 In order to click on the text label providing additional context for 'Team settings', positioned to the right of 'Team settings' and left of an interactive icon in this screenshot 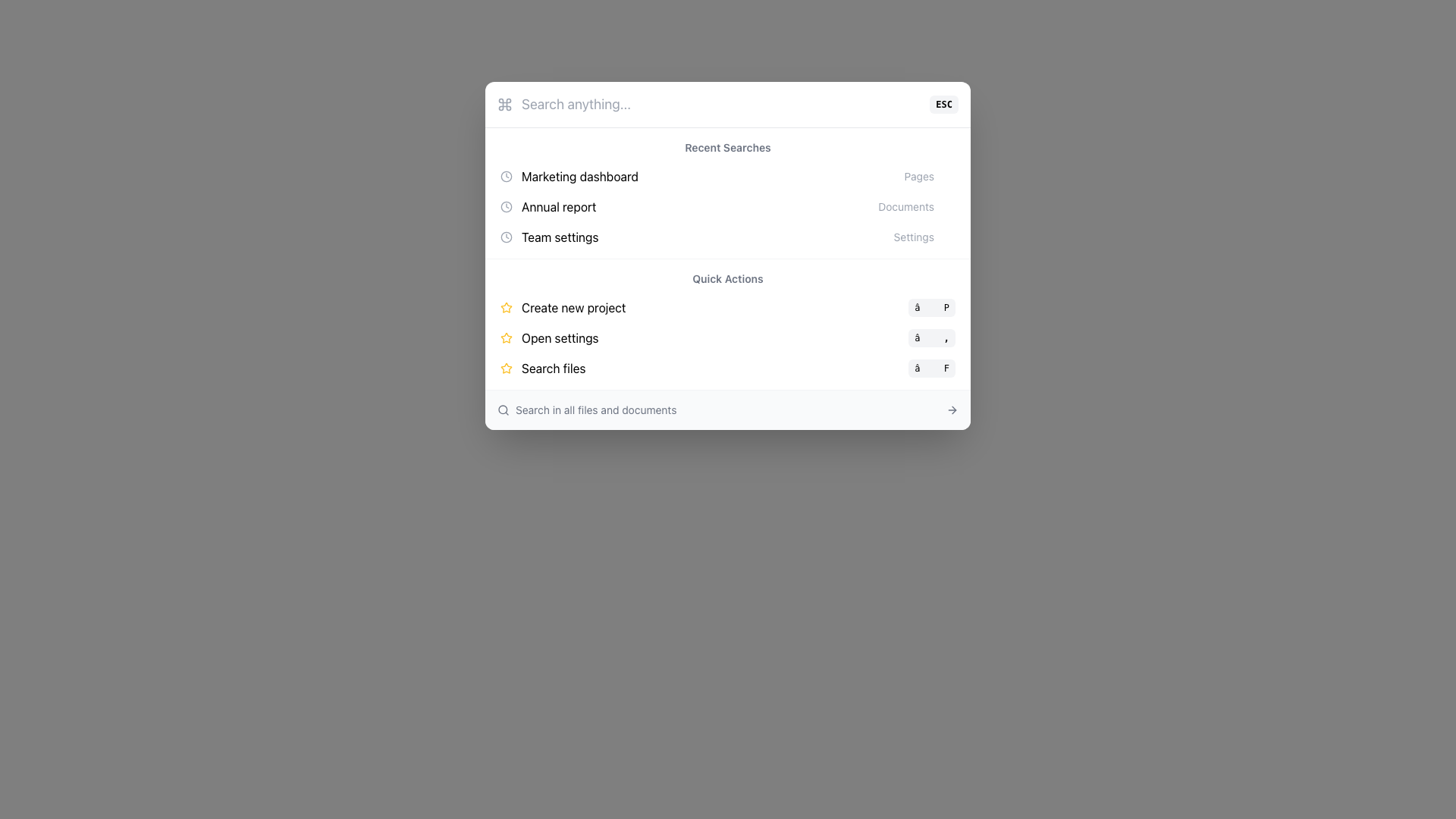, I will do `click(913, 237)`.